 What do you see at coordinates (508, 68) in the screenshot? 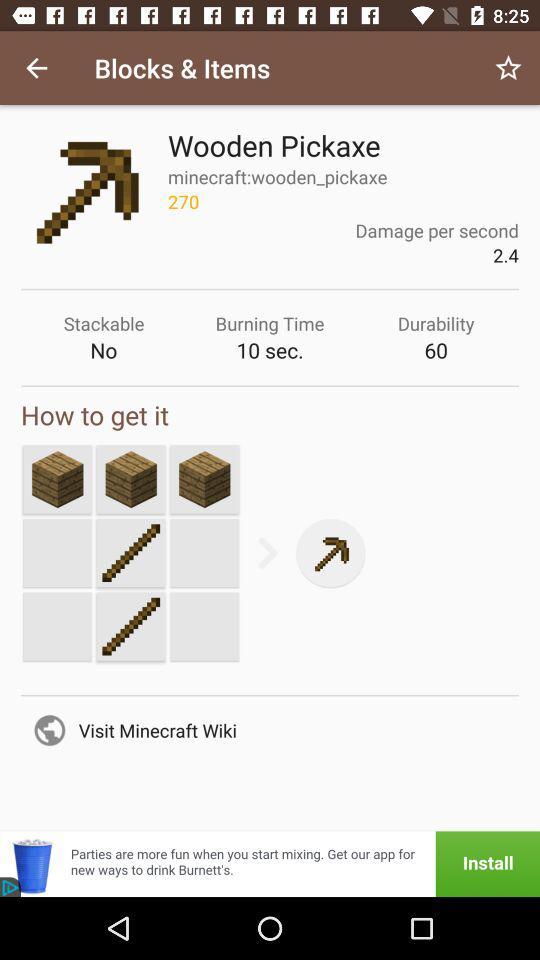
I see `the item to the right of blocks & items icon` at bounding box center [508, 68].